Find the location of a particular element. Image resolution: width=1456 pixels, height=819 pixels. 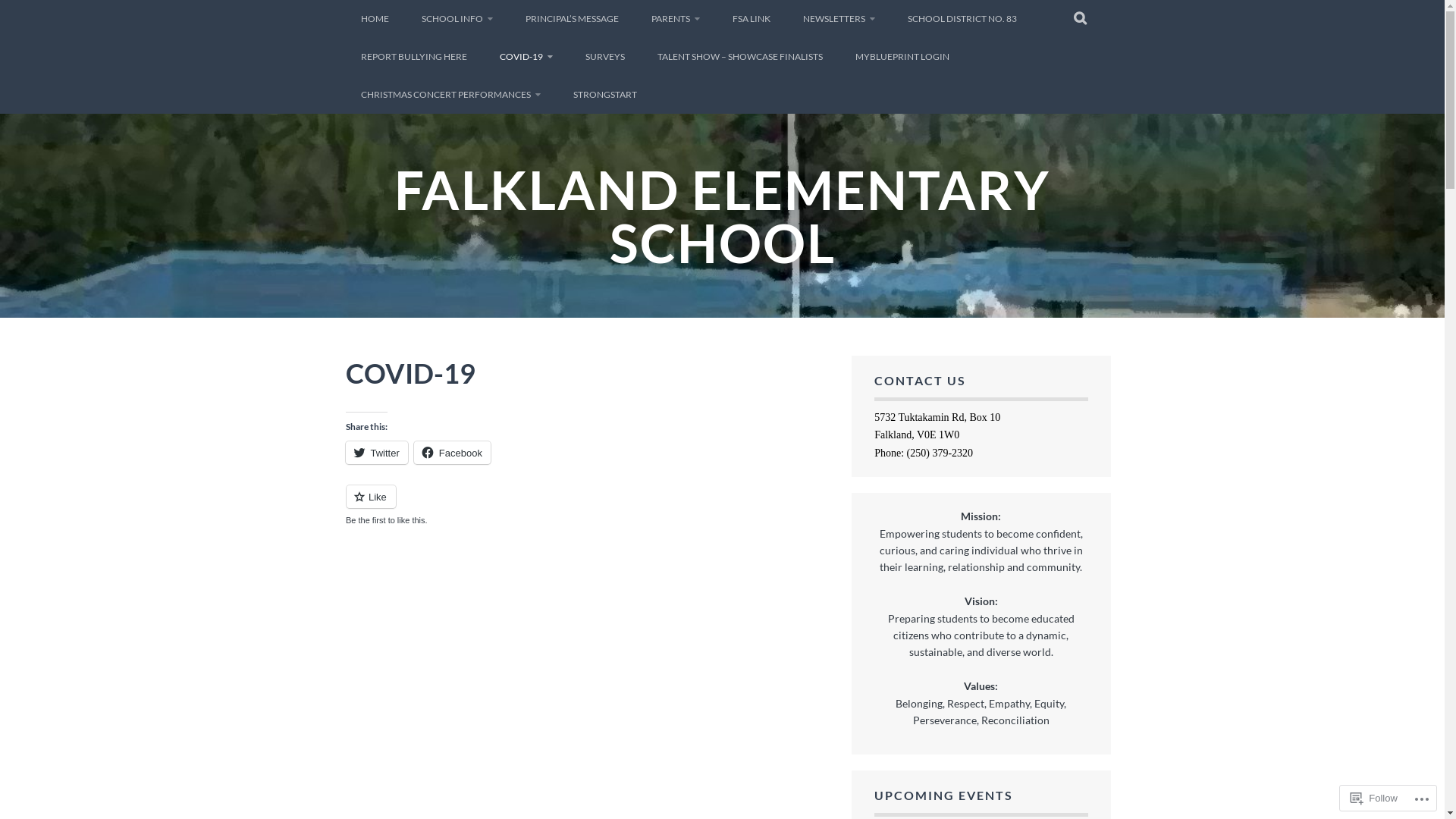

'CHRISTMAS CONCERT PERFORMANCES' is located at coordinates (345, 94).